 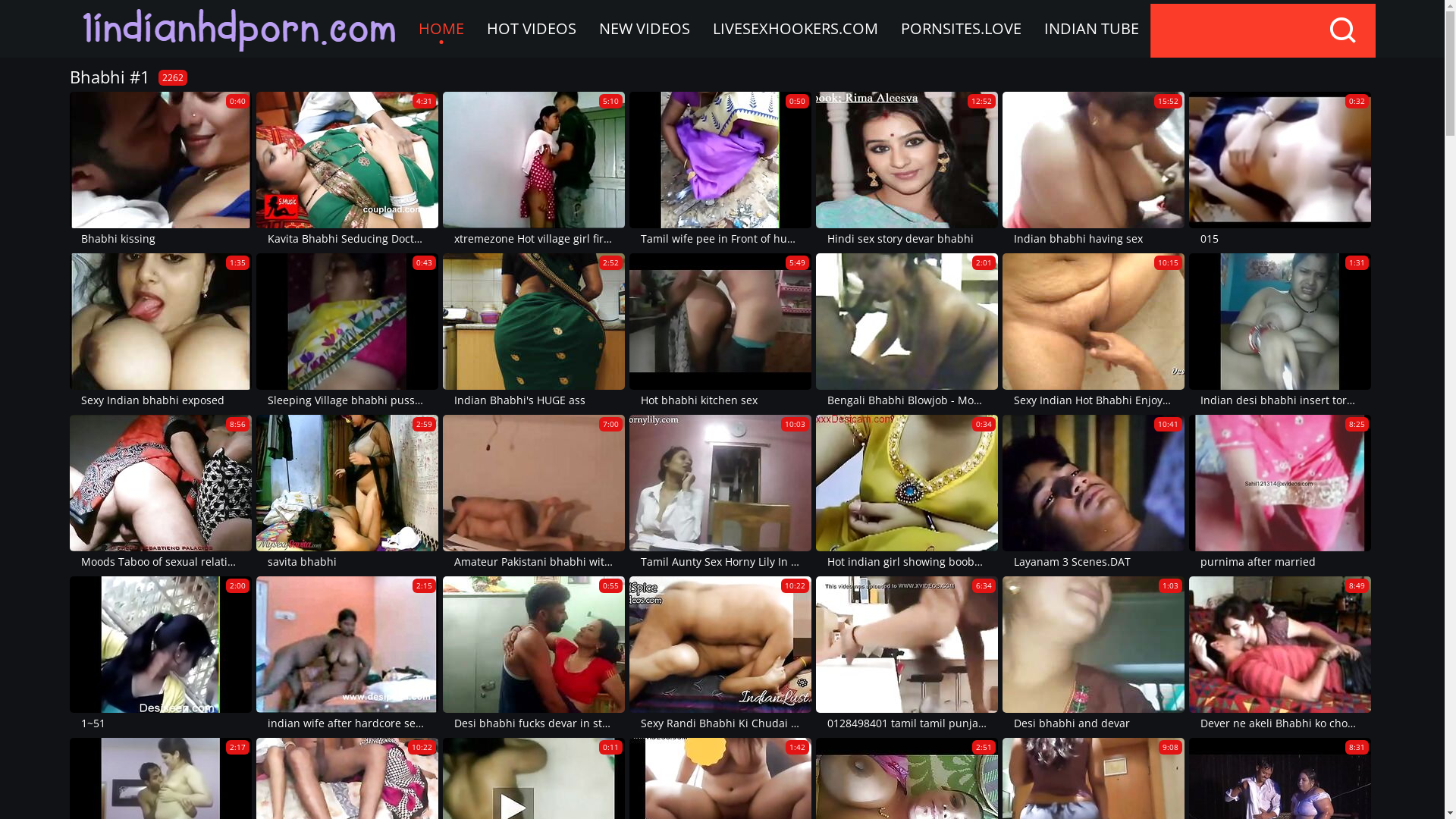 What do you see at coordinates (906, 654) in the screenshot?
I see `'6:34` at bounding box center [906, 654].